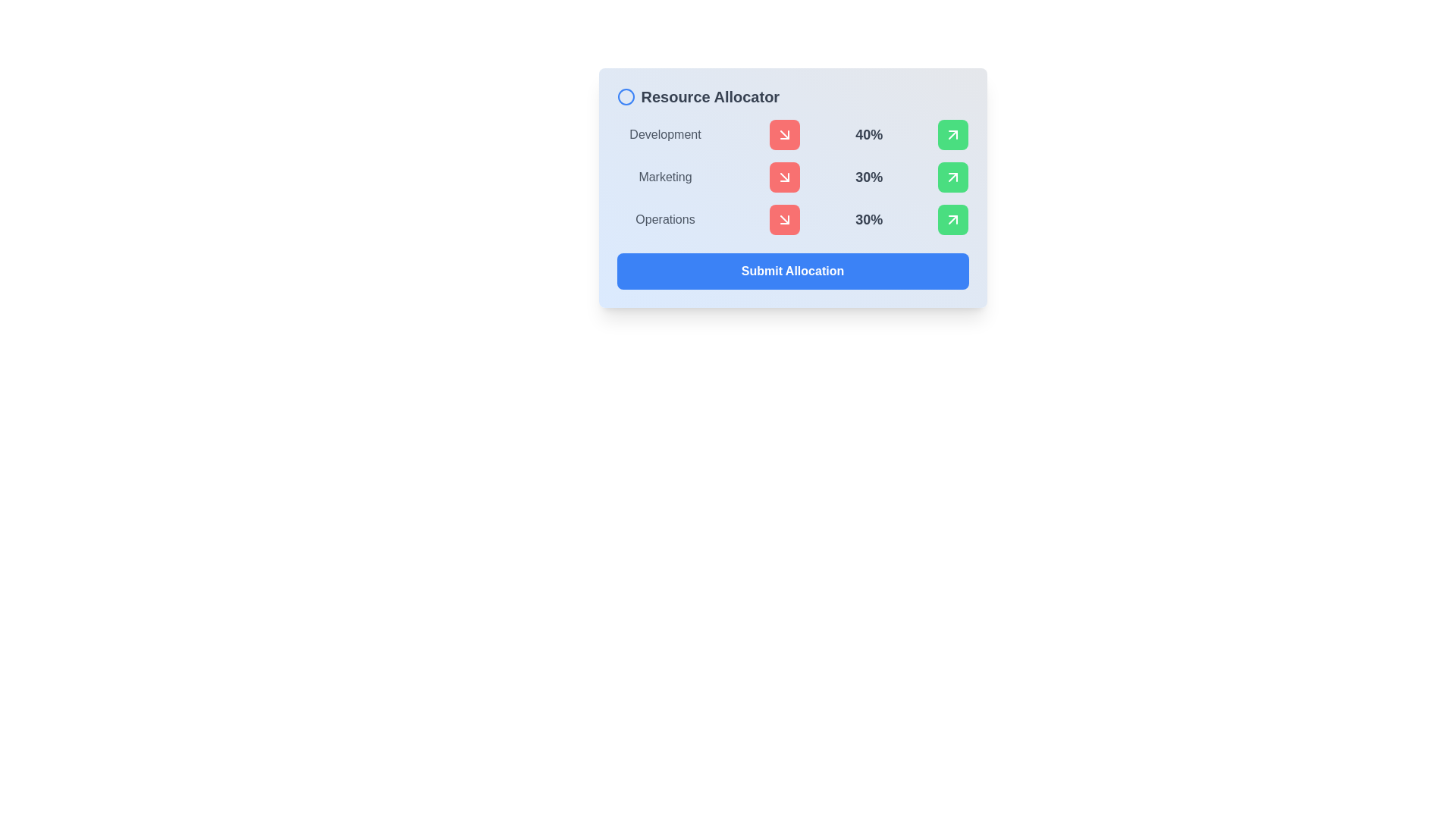 The image size is (1456, 819). What do you see at coordinates (784, 177) in the screenshot?
I see `the second red down-right arrow icon in the 'Resource Allocator' interface, which symbolizes a decrease associated with the 'Marketing' row` at bounding box center [784, 177].